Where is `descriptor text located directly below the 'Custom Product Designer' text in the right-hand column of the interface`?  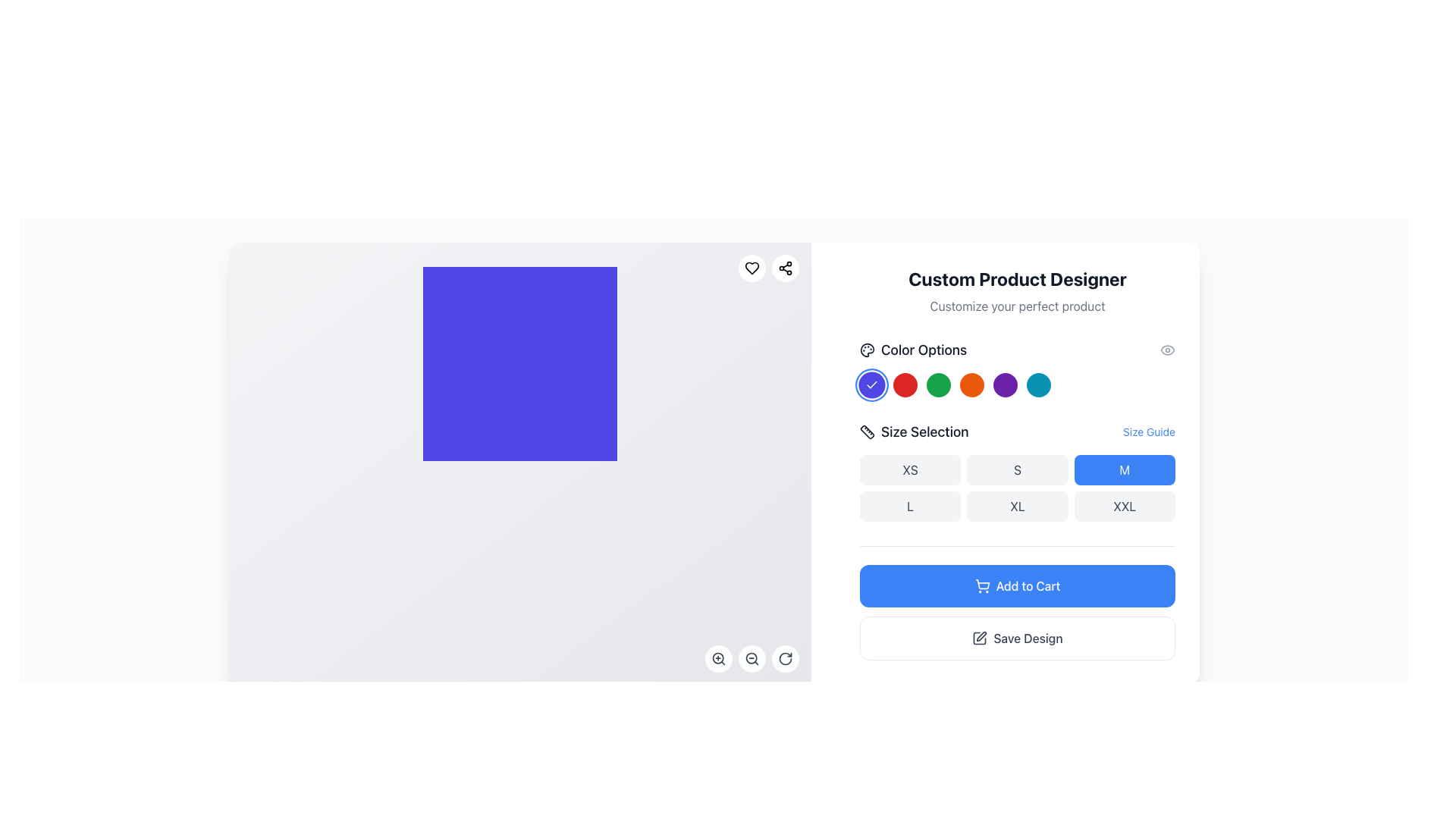 descriptor text located directly below the 'Custom Product Designer' text in the right-hand column of the interface is located at coordinates (1018, 306).